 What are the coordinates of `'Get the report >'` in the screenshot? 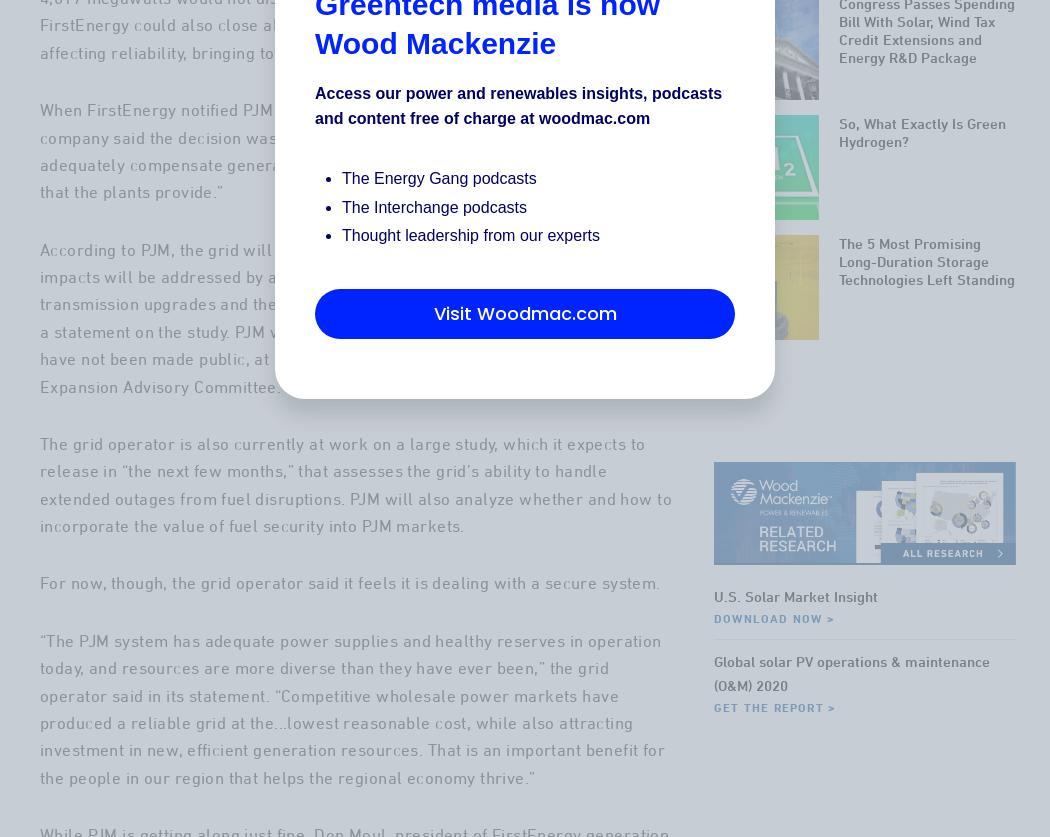 It's located at (775, 786).